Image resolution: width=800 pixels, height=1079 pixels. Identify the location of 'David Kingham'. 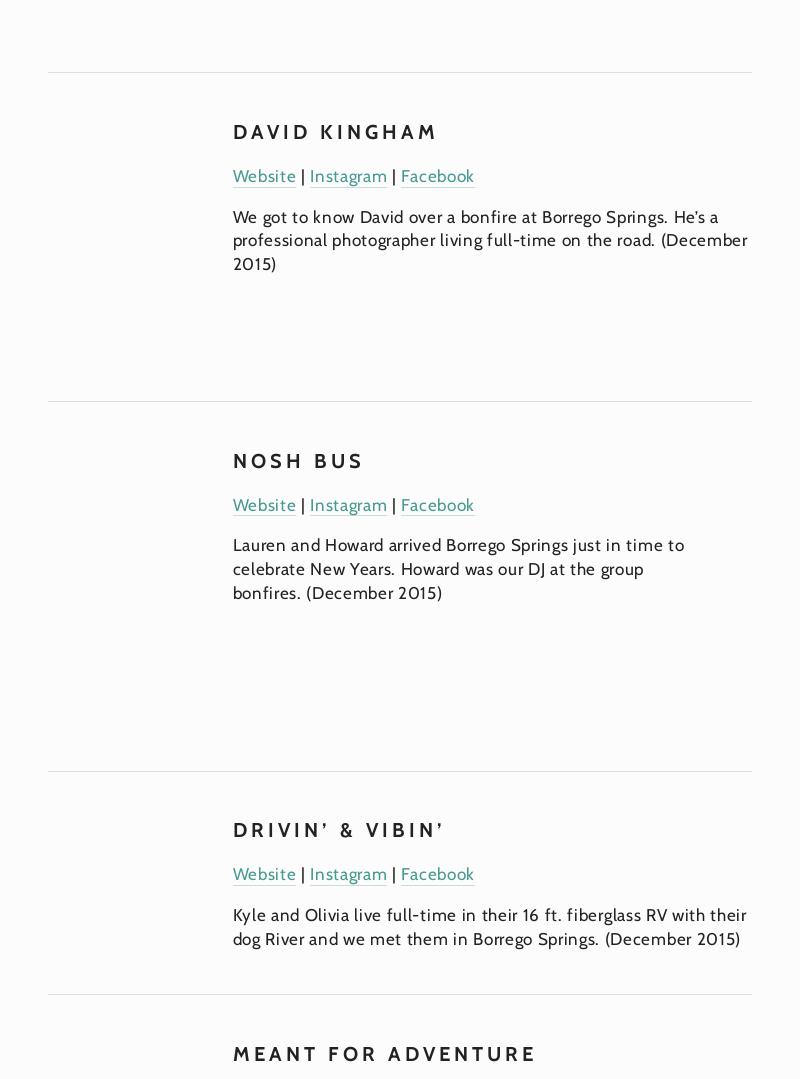
(334, 129).